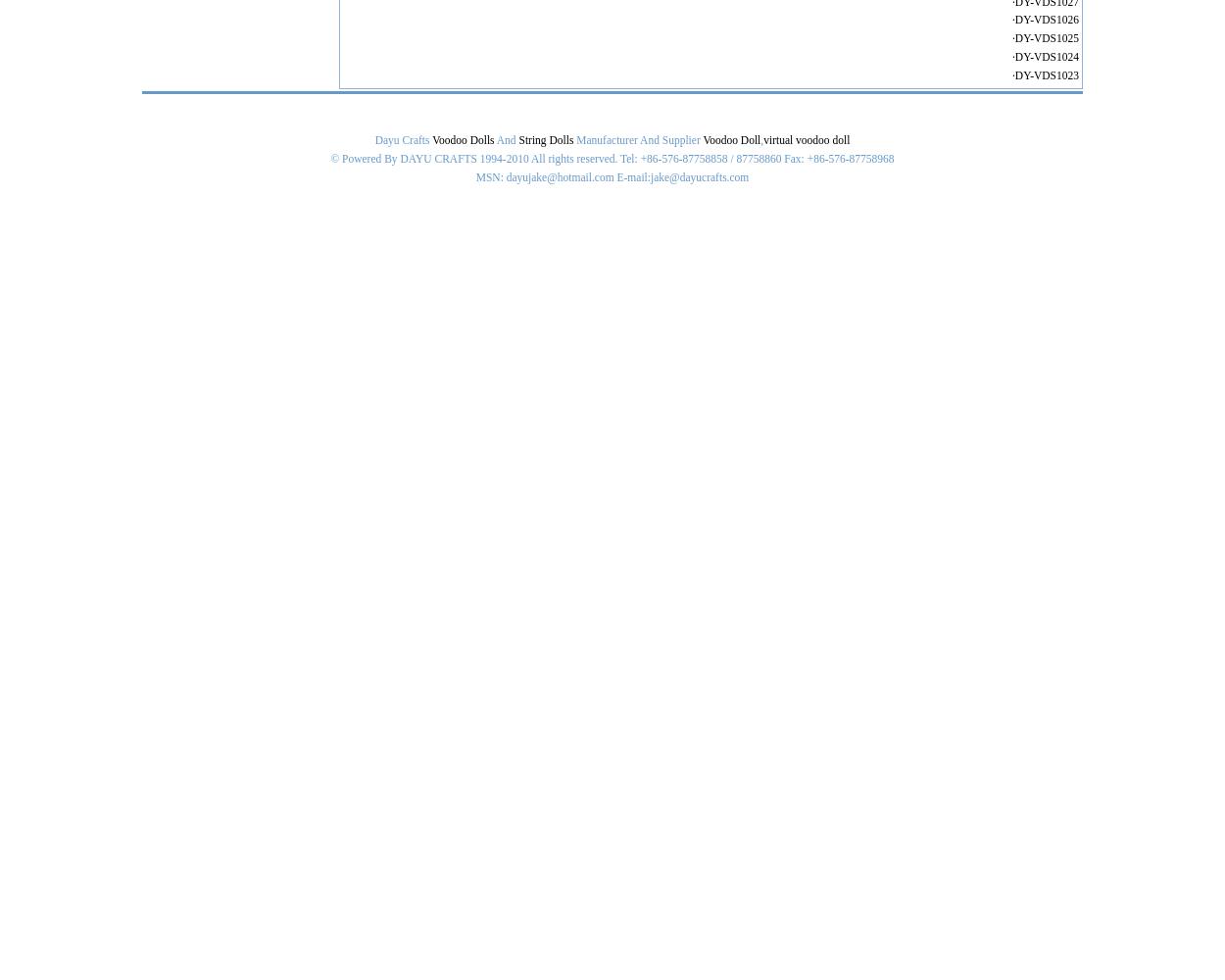  What do you see at coordinates (702, 140) in the screenshot?
I see `'Voodoo Doll'` at bounding box center [702, 140].